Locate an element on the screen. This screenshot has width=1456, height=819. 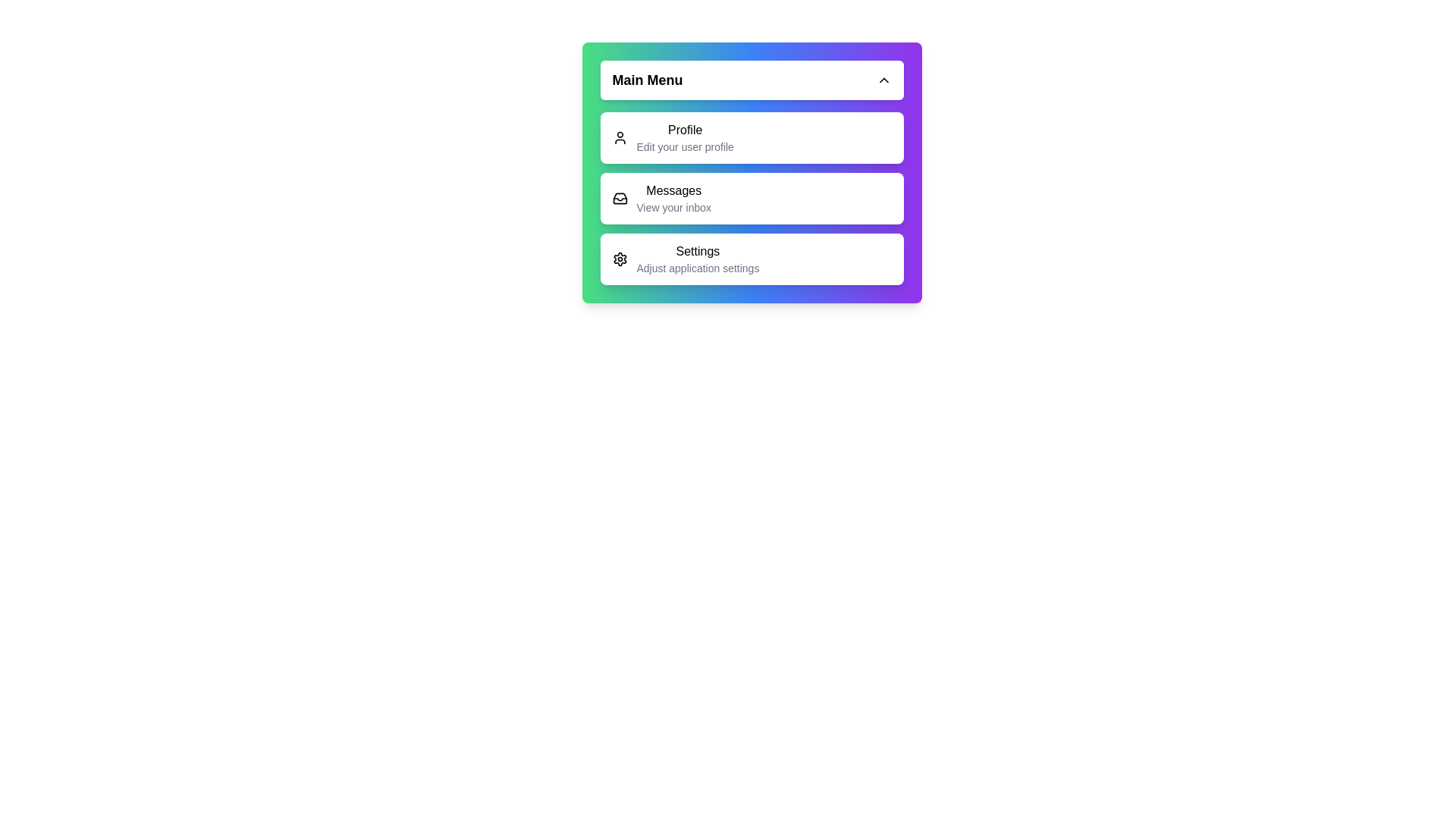
the menu item corresponding to Messages is located at coordinates (752, 198).